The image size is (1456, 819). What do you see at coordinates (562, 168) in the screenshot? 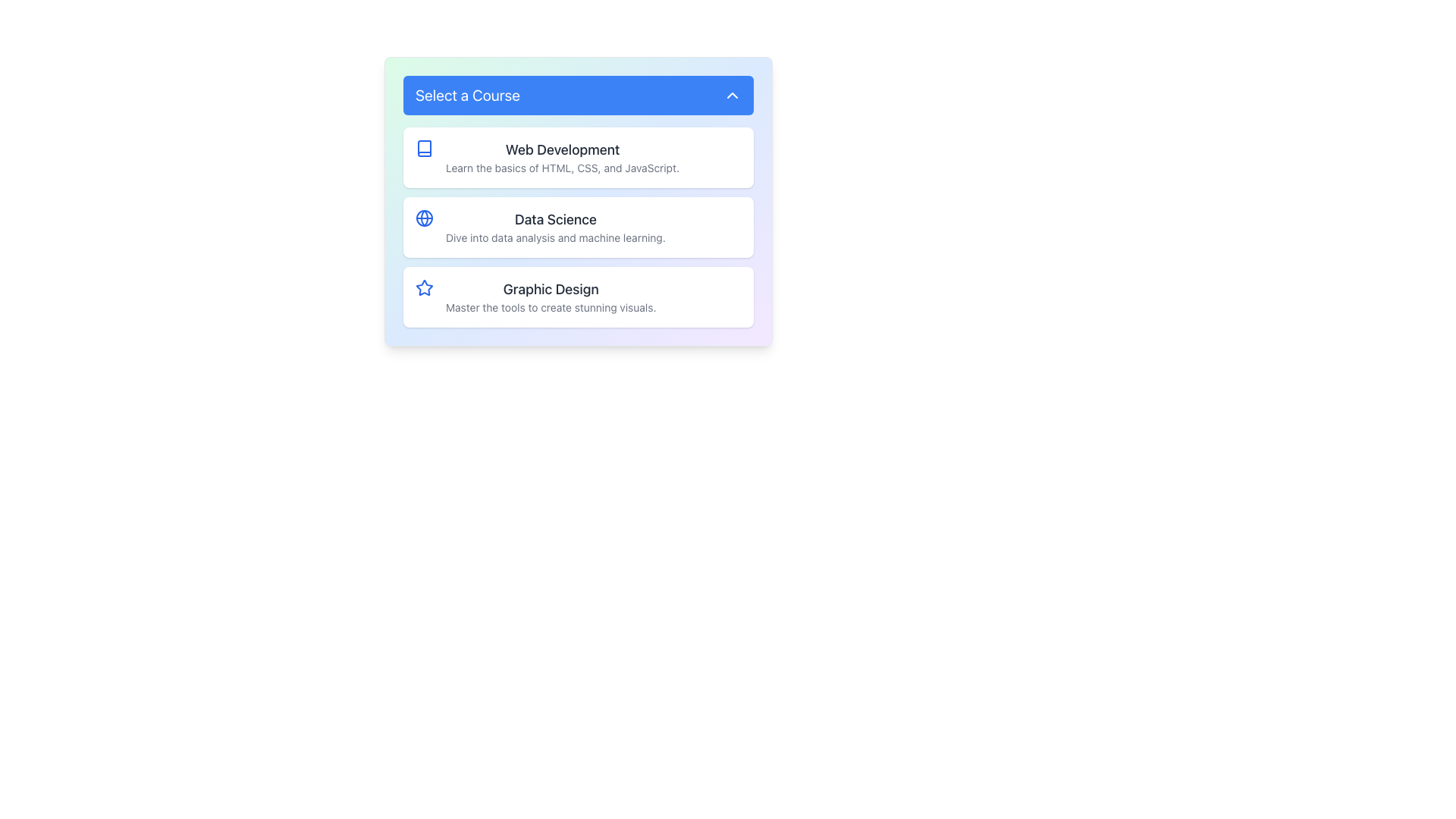
I see `informational text label that describes the 'Web Development' course, located directly below the 'Web Development' header within a card-like structure` at bounding box center [562, 168].